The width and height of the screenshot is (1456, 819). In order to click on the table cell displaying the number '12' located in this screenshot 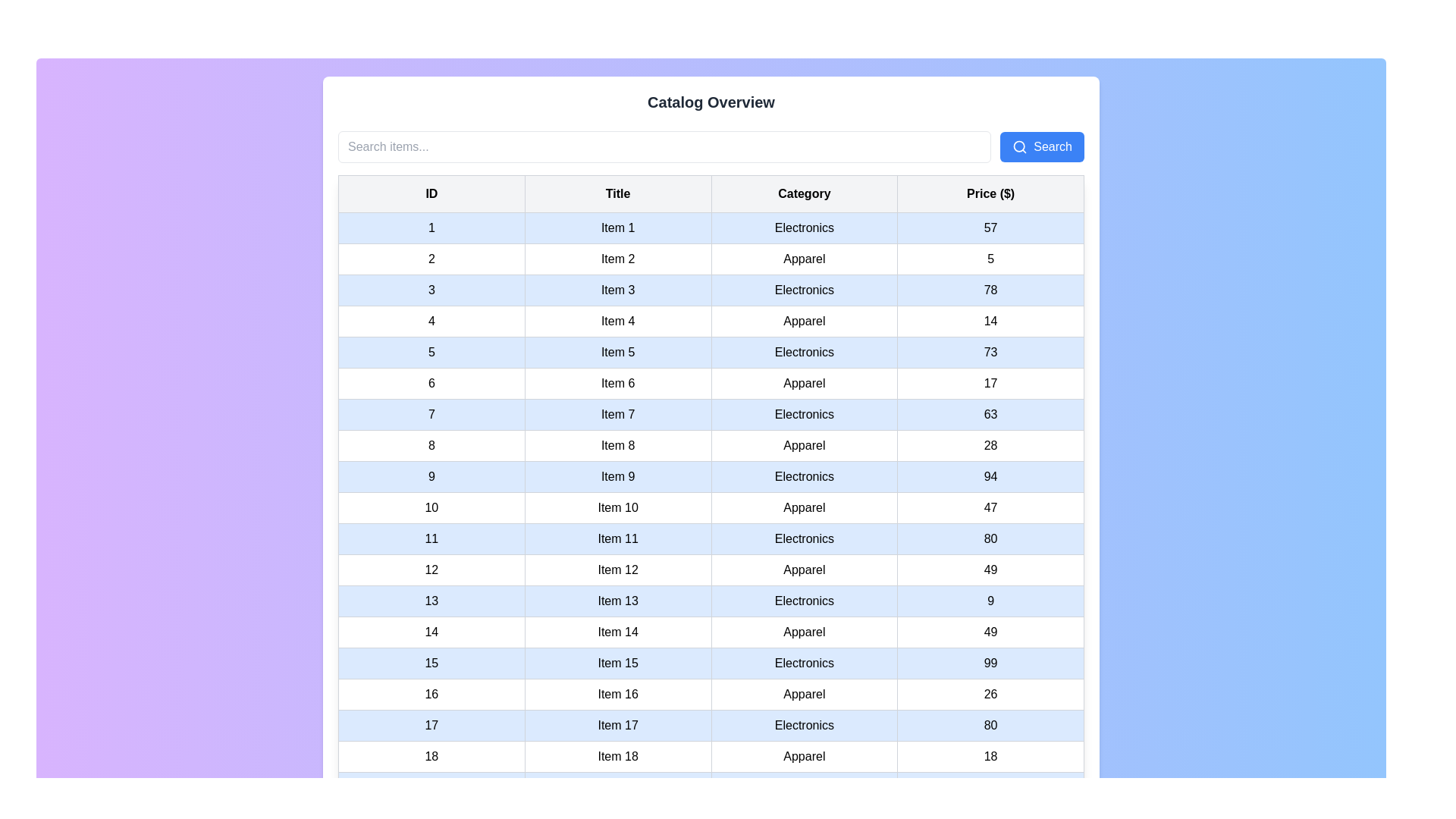, I will do `click(431, 570)`.